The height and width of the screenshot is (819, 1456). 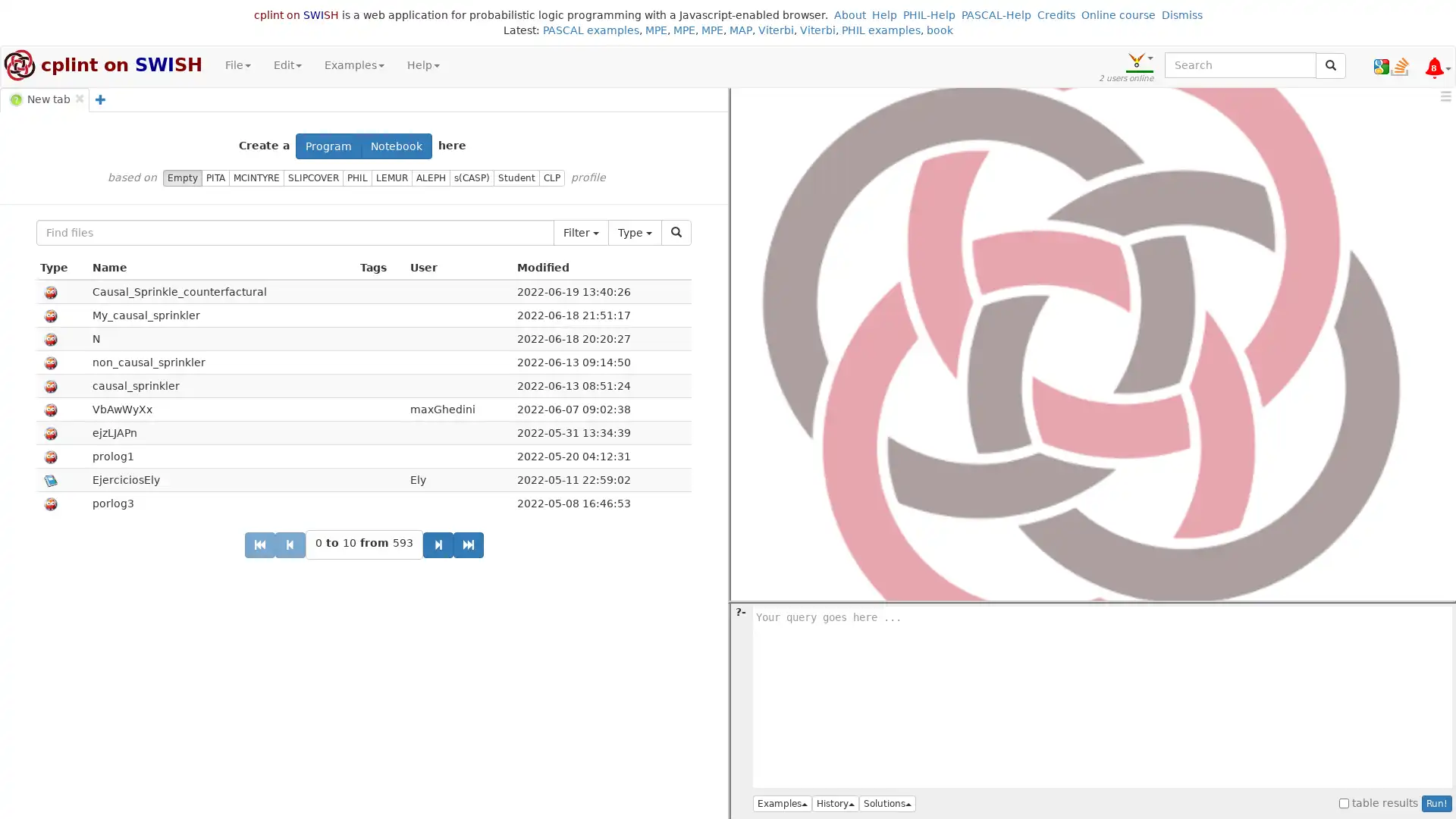 I want to click on Notebook, so click(x=397, y=146).